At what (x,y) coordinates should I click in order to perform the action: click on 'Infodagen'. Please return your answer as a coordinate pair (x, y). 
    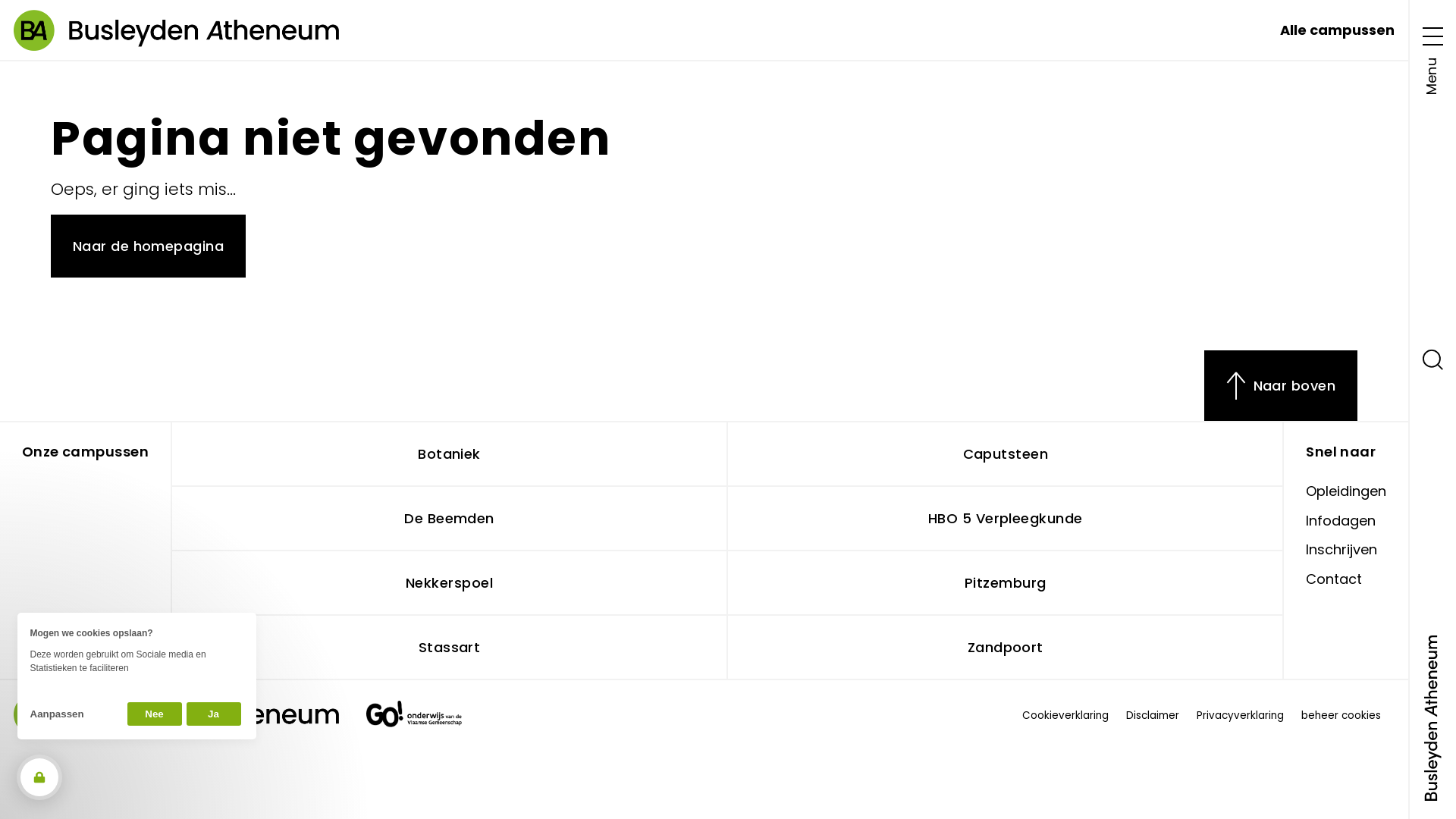
    Looking at the image, I should click on (1340, 519).